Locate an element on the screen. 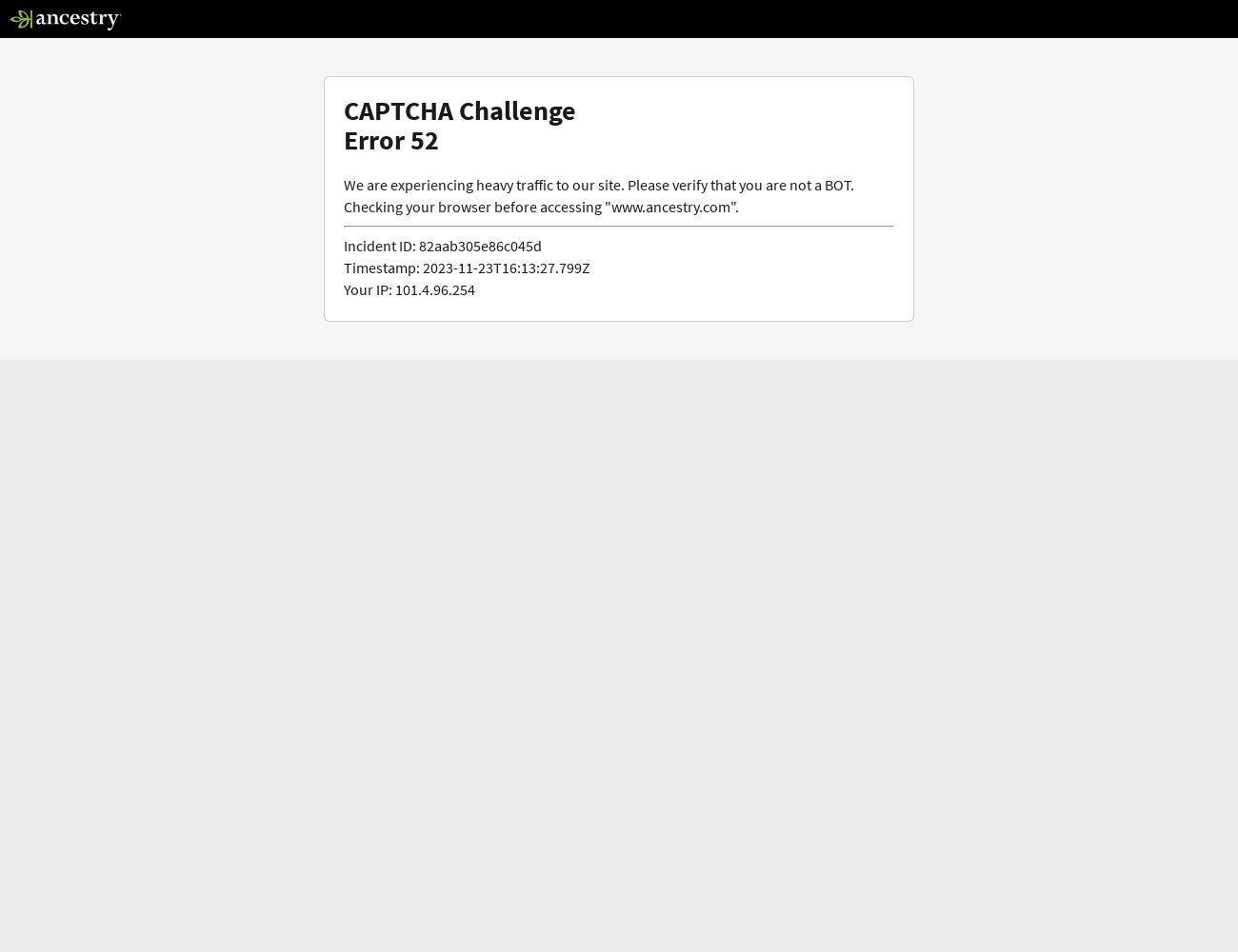  'Incident ID:' is located at coordinates (379, 245).